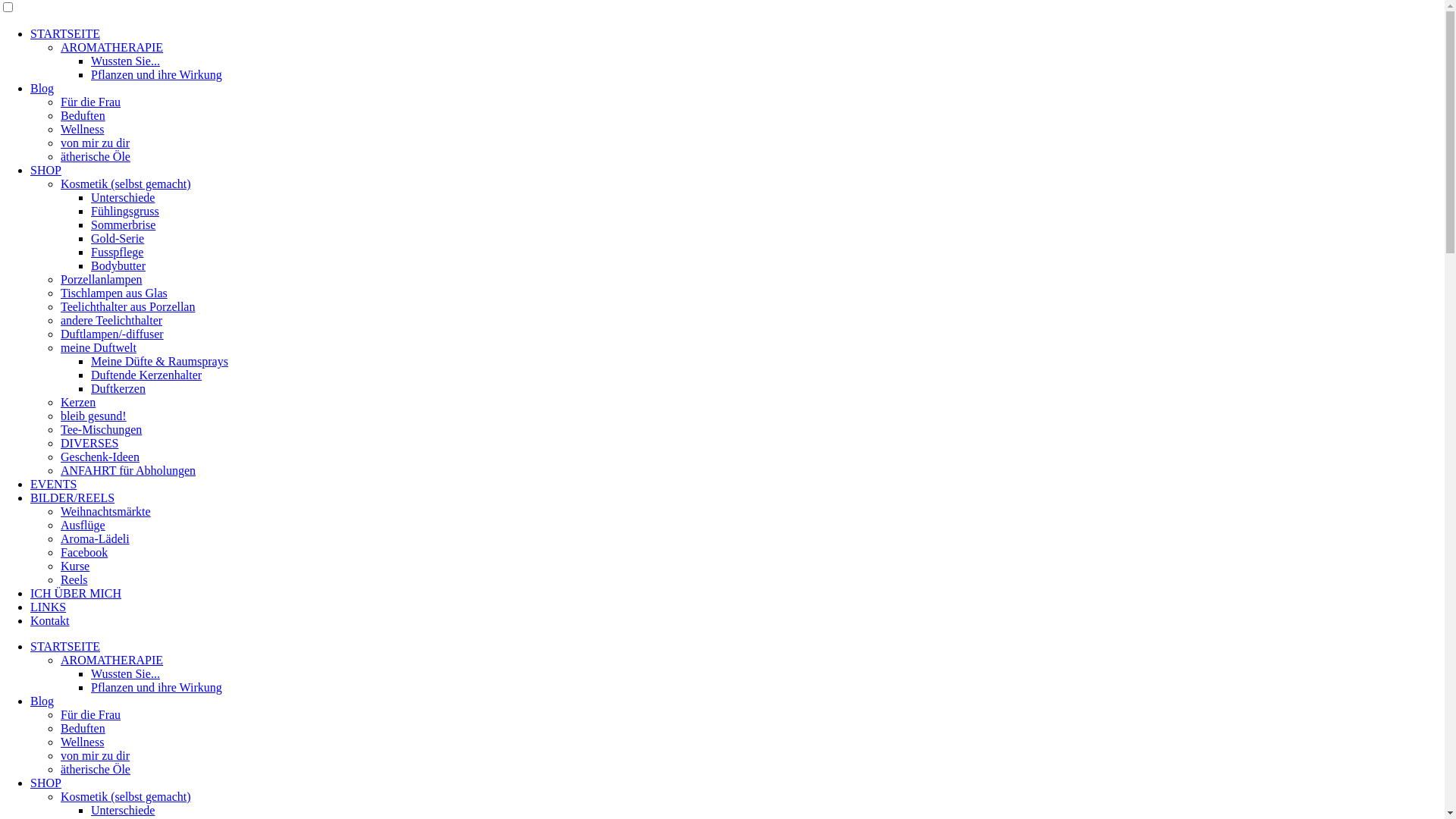  Describe the element at coordinates (74, 566) in the screenshot. I see `'Kurse'` at that location.